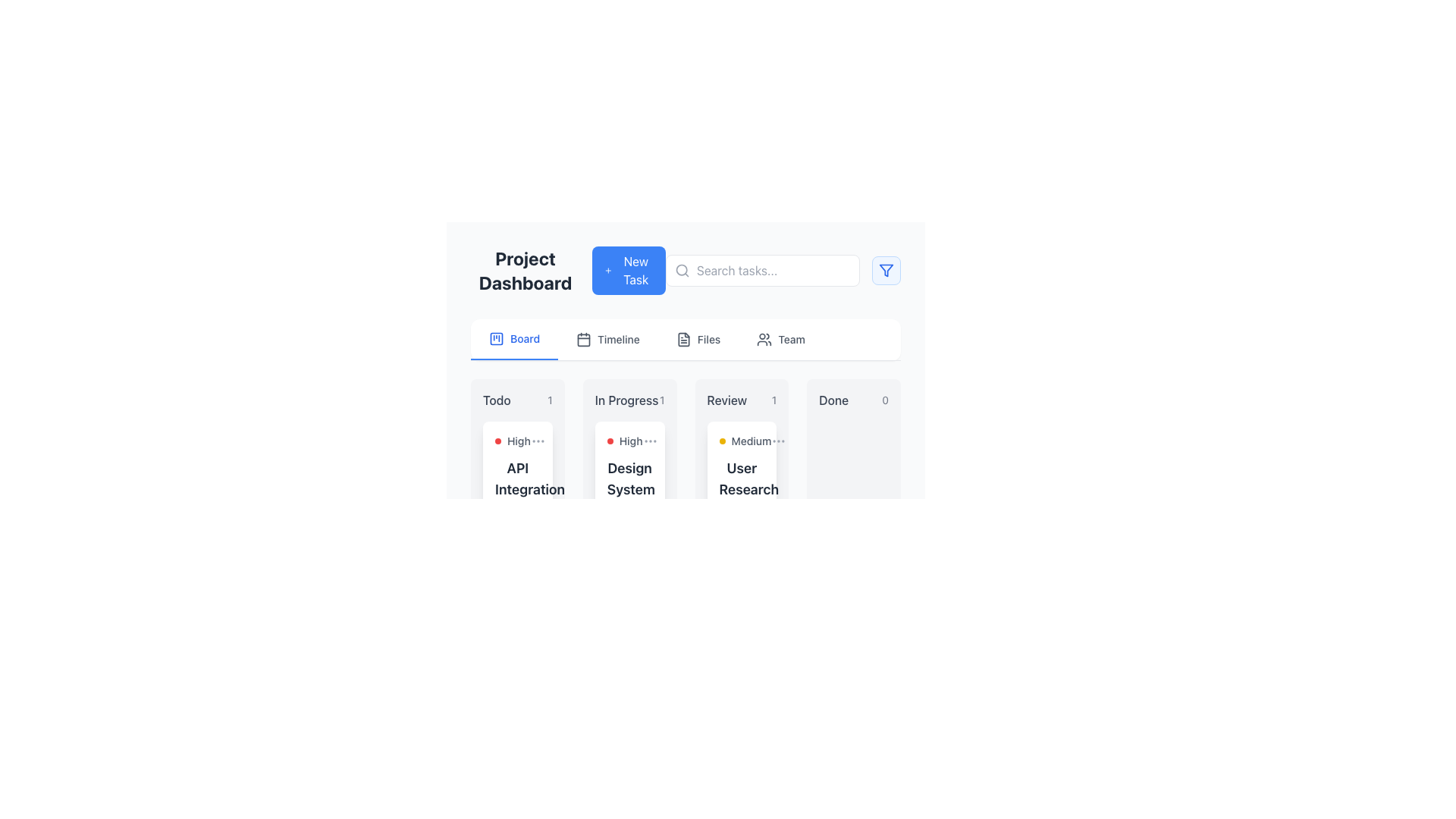 The width and height of the screenshot is (1456, 819). What do you see at coordinates (619, 338) in the screenshot?
I see `the 'Timeline' text label, which is styled with a medium font weight and gray color, located in the navigation bar adjacent to a calendar icon` at bounding box center [619, 338].